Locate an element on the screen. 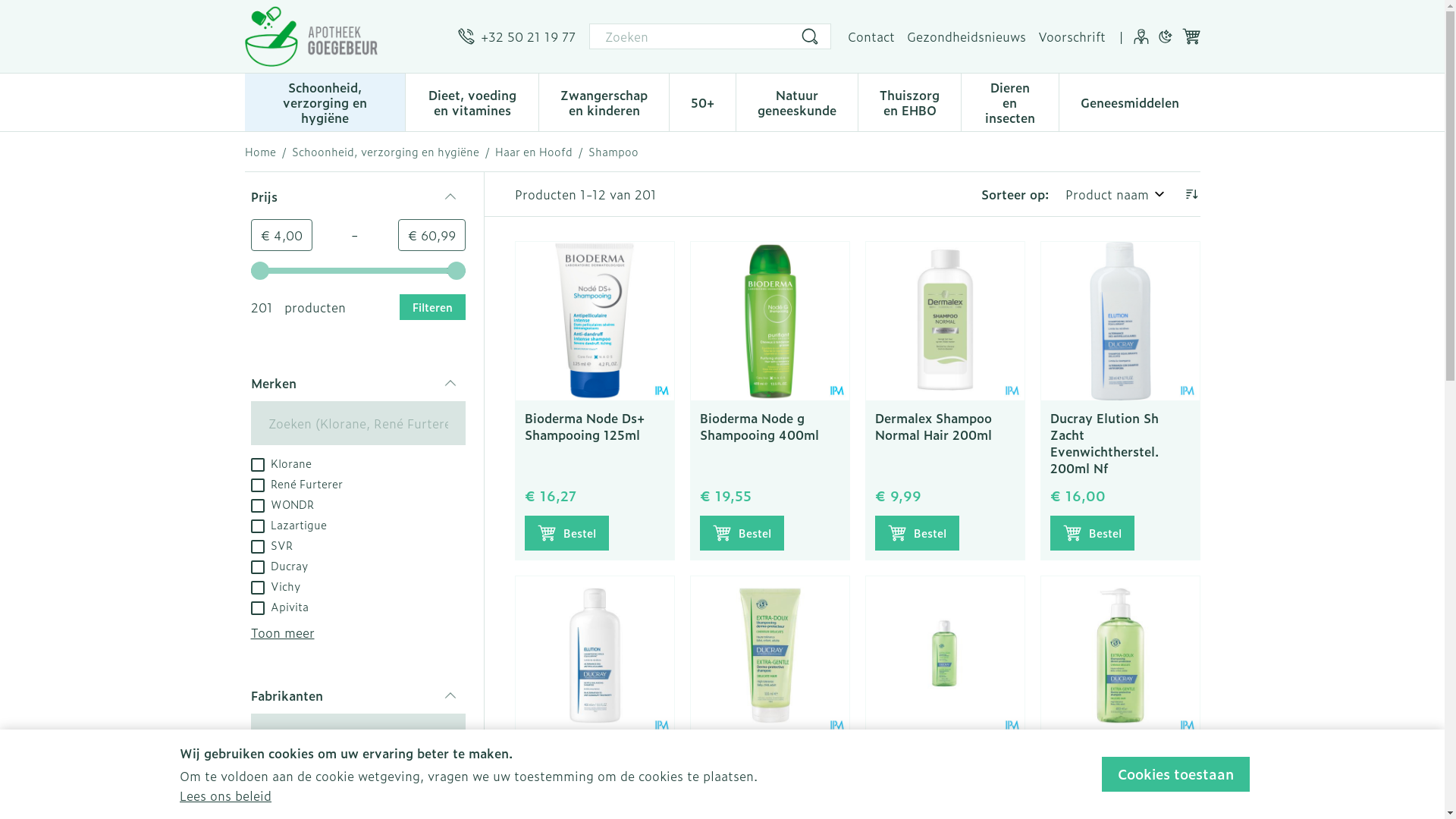  'Dieet, voeding en vitamines' is located at coordinates (471, 100).